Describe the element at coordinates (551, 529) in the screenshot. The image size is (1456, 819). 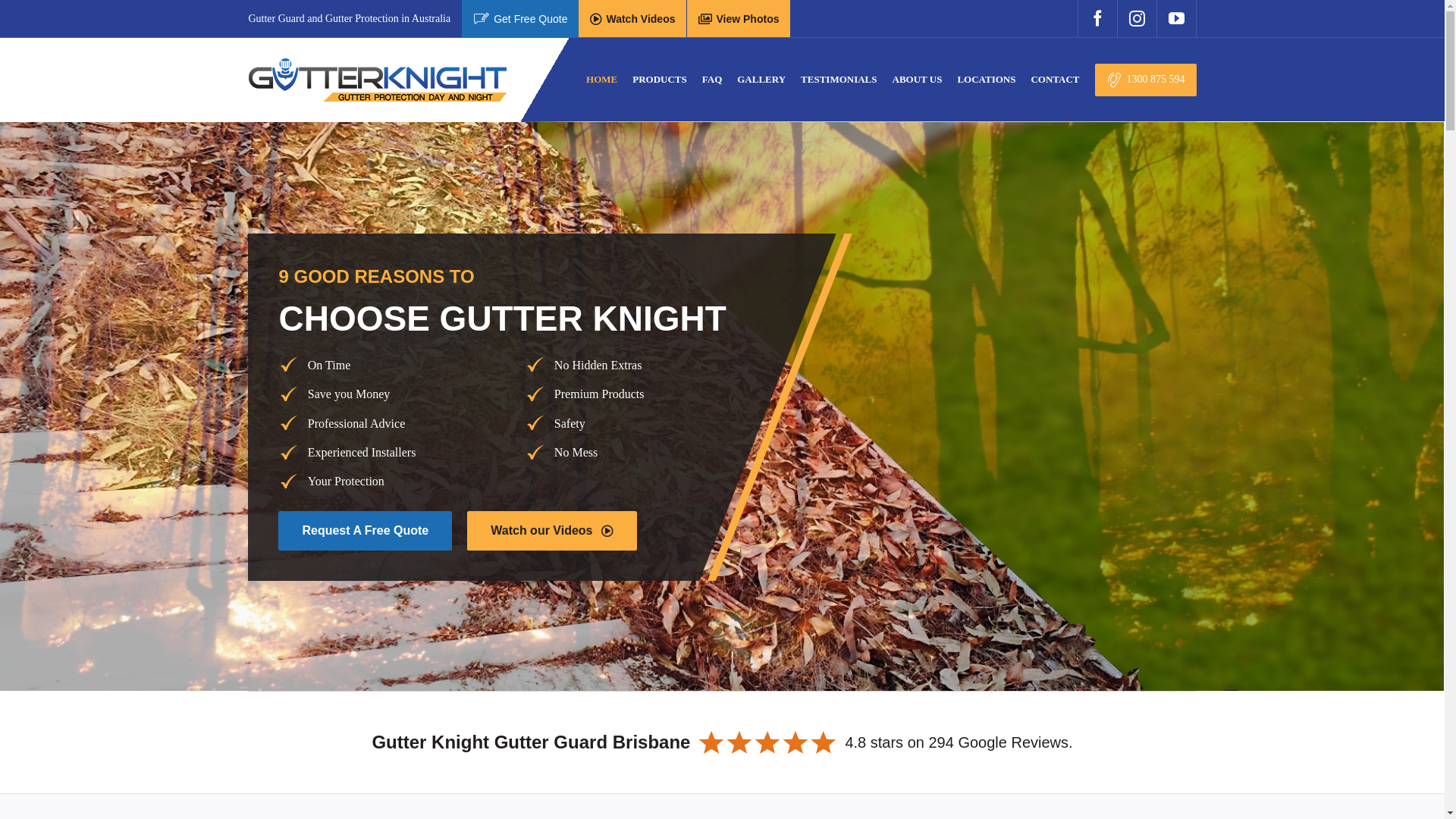
I see `'Watch our Videos'` at that location.